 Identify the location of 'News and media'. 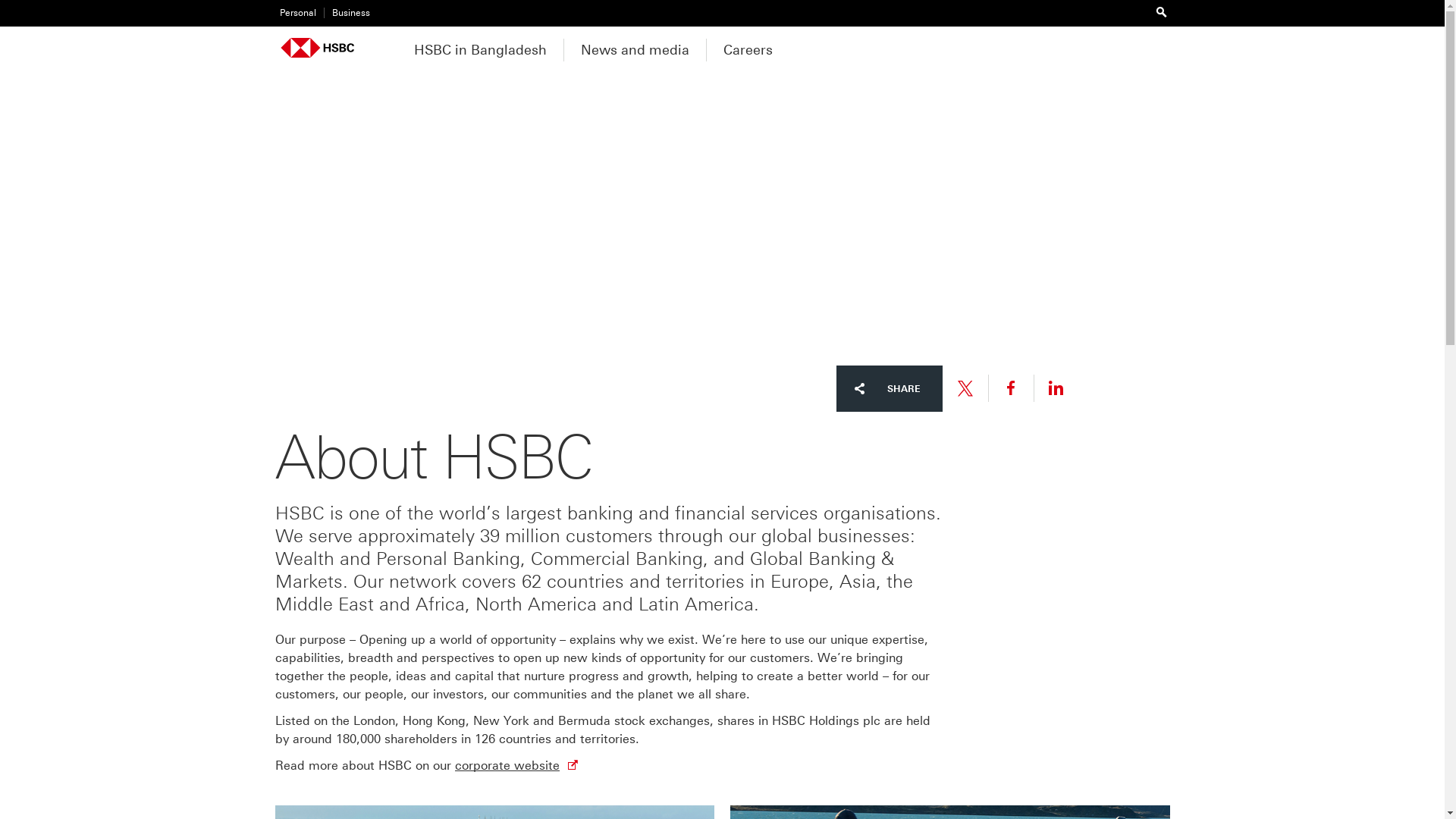
(562, 46).